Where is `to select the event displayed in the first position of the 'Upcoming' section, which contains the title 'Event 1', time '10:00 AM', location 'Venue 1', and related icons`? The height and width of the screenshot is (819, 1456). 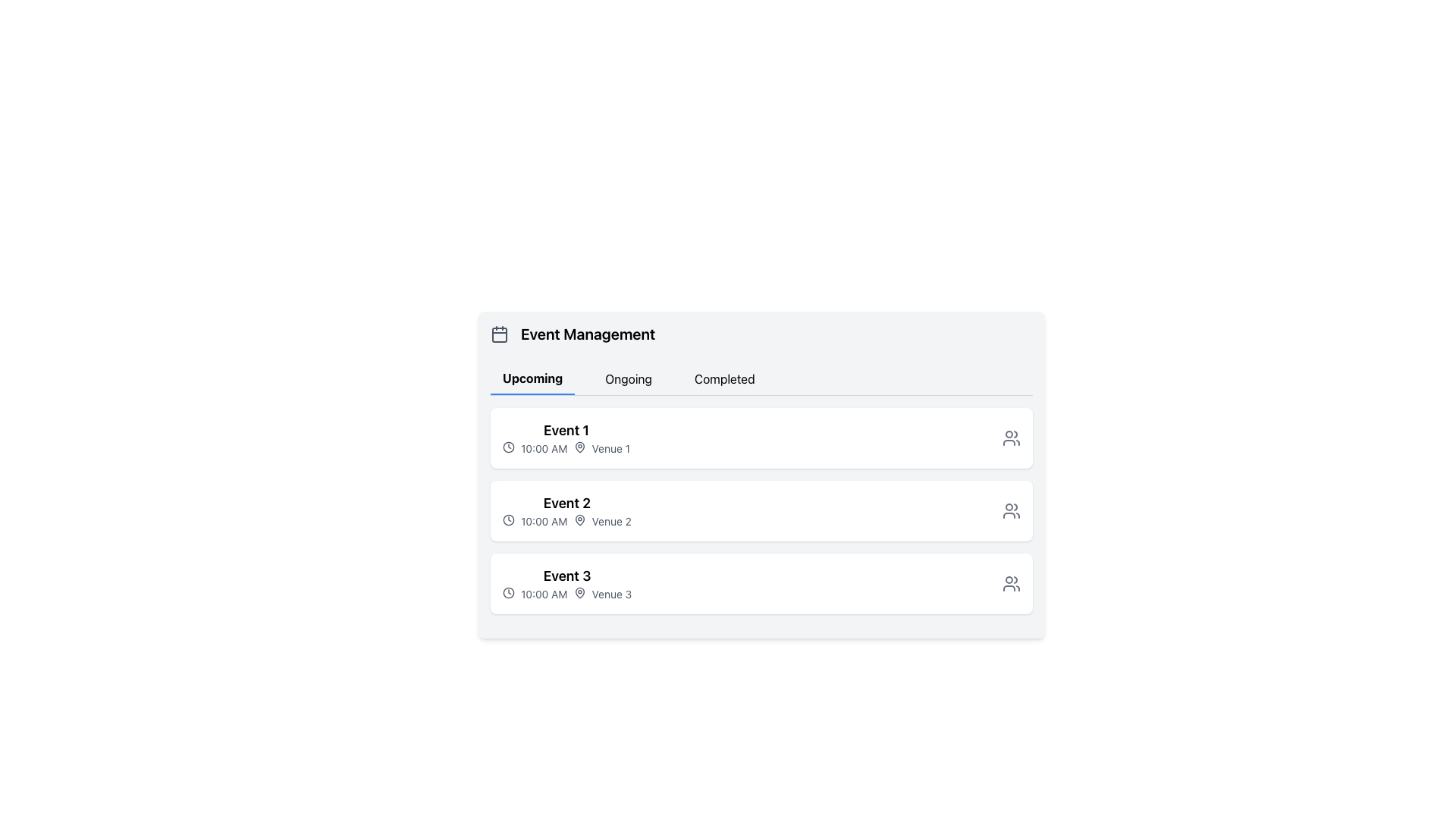 to select the event displayed in the first position of the 'Upcoming' section, which contains the title 'Event 1', time '10:00 AM', location 'Venue 1', and related icons is located at coordinates (761, 438).